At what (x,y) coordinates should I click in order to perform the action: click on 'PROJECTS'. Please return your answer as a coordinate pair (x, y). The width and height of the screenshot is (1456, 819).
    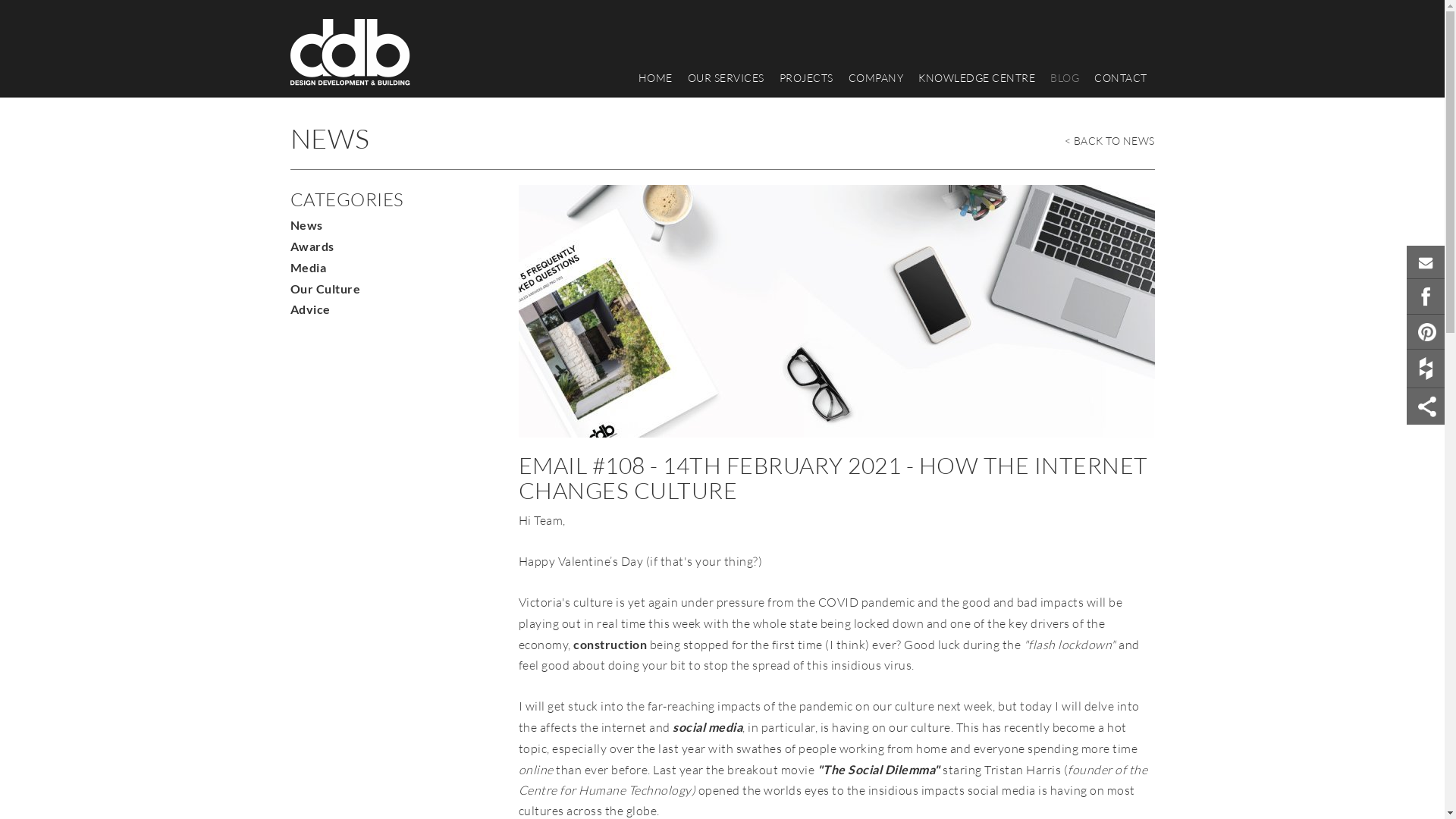
    Looking at the image, I should click on (771, 78).